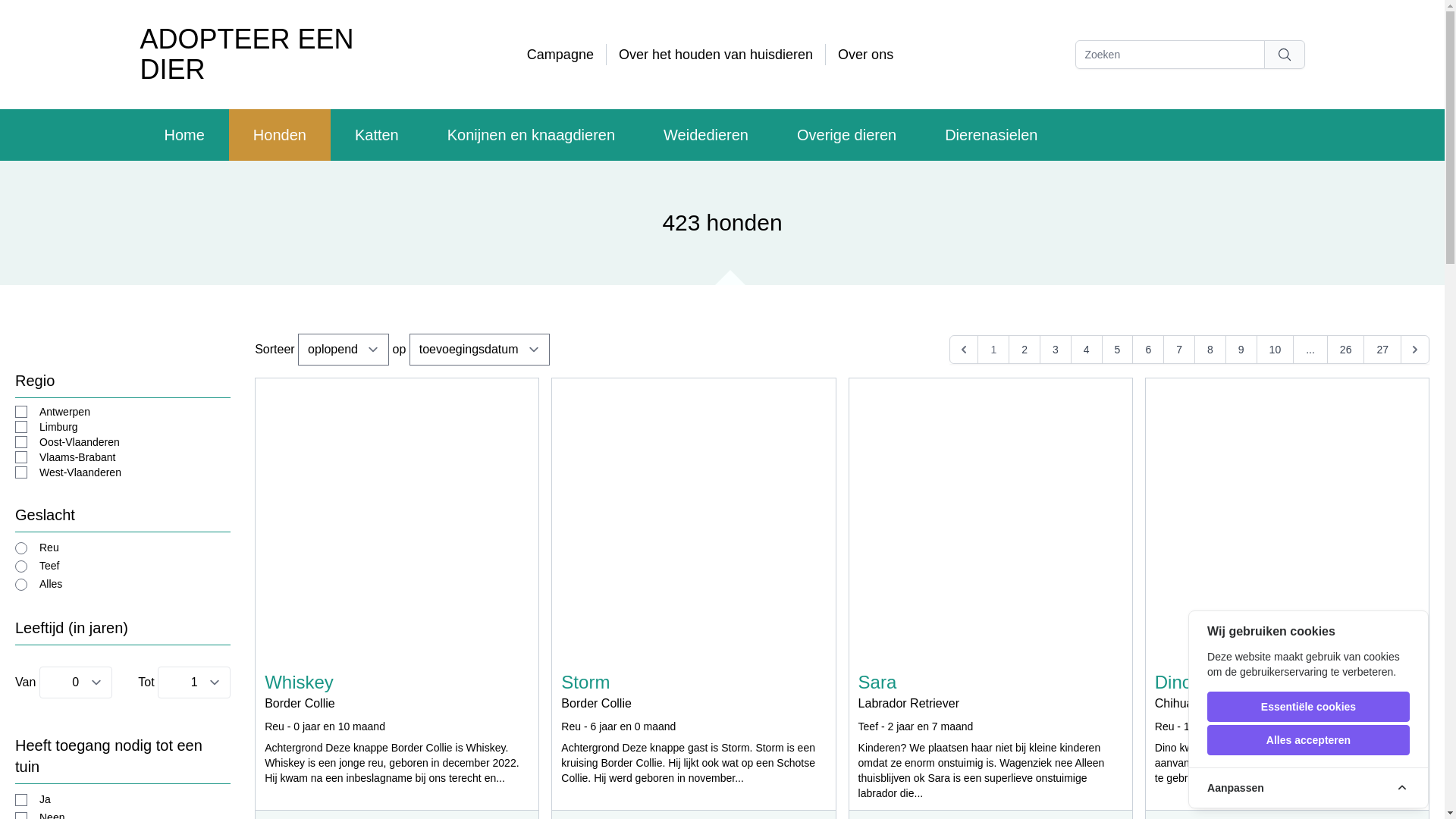  I want to click on 'Aanpassen', so click(1307, 786).